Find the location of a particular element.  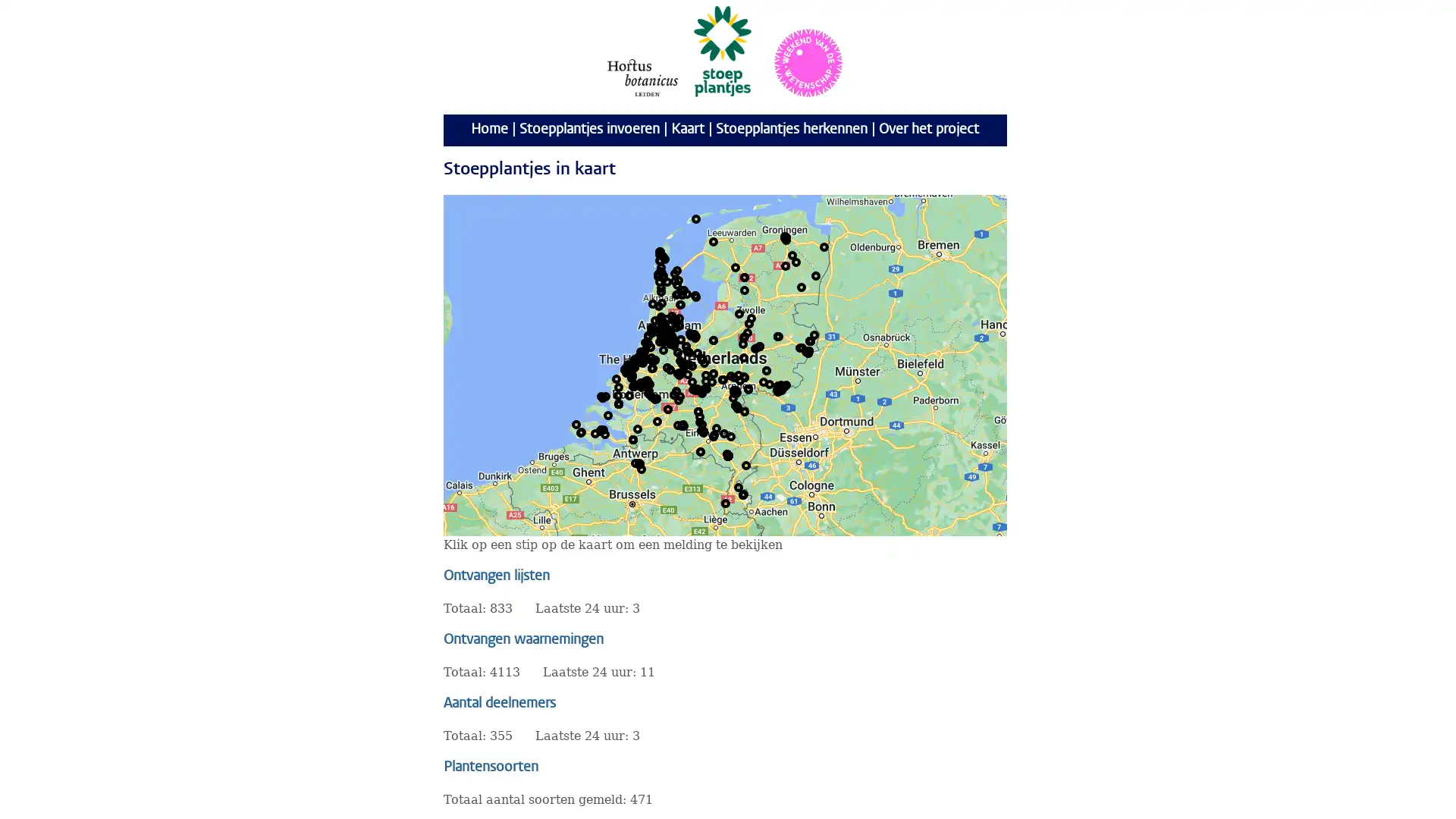

Telling van Chil op 04 december 2021 is located at coordinates (640, 382).